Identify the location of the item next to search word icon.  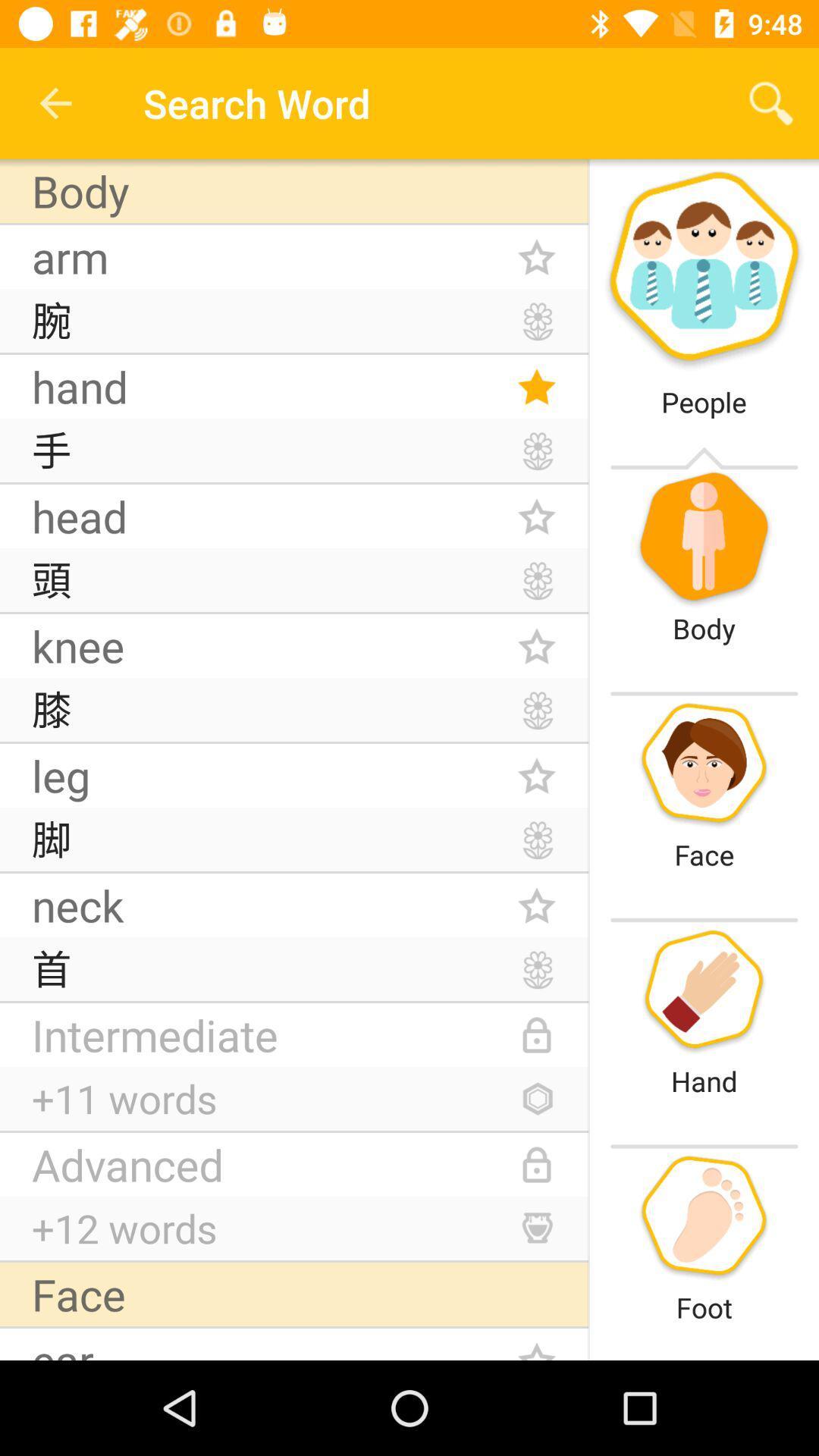
(55, 102).